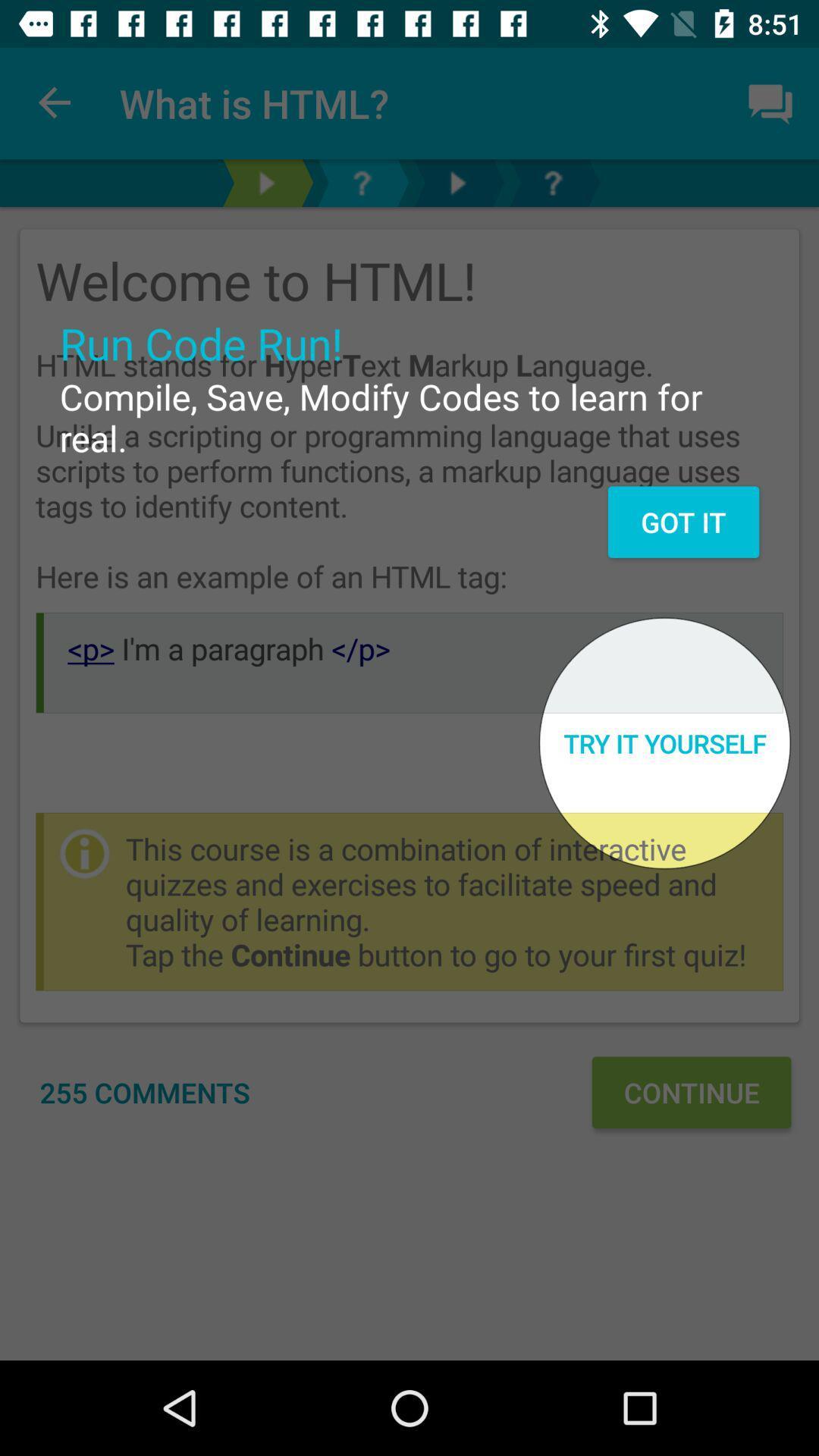  What do you see at coordinates (456, 182) in the screenshot?
I see `button` at bounding box center [456, 182].